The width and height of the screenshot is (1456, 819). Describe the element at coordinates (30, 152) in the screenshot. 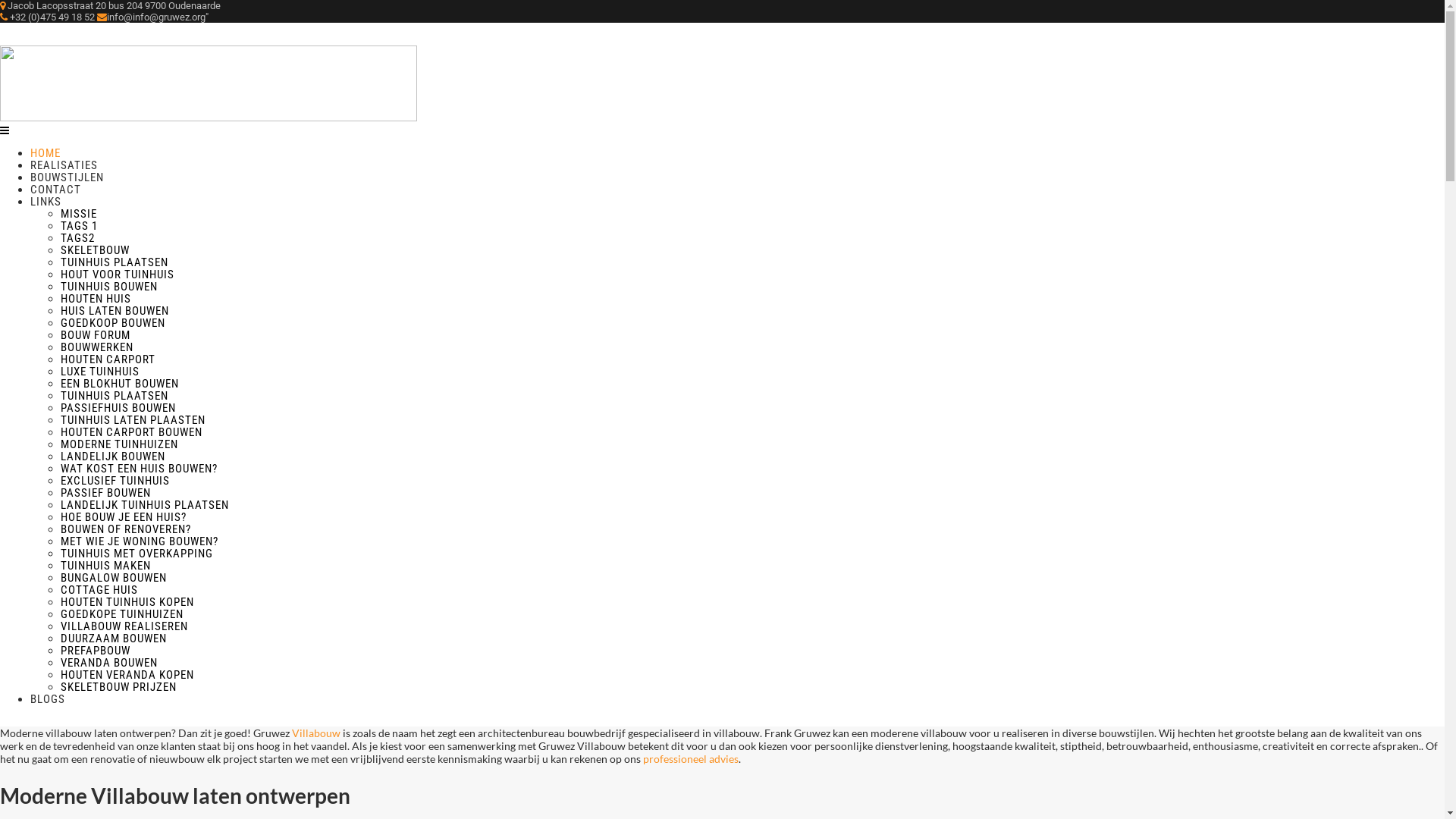

I see `'HOME'` at that location.